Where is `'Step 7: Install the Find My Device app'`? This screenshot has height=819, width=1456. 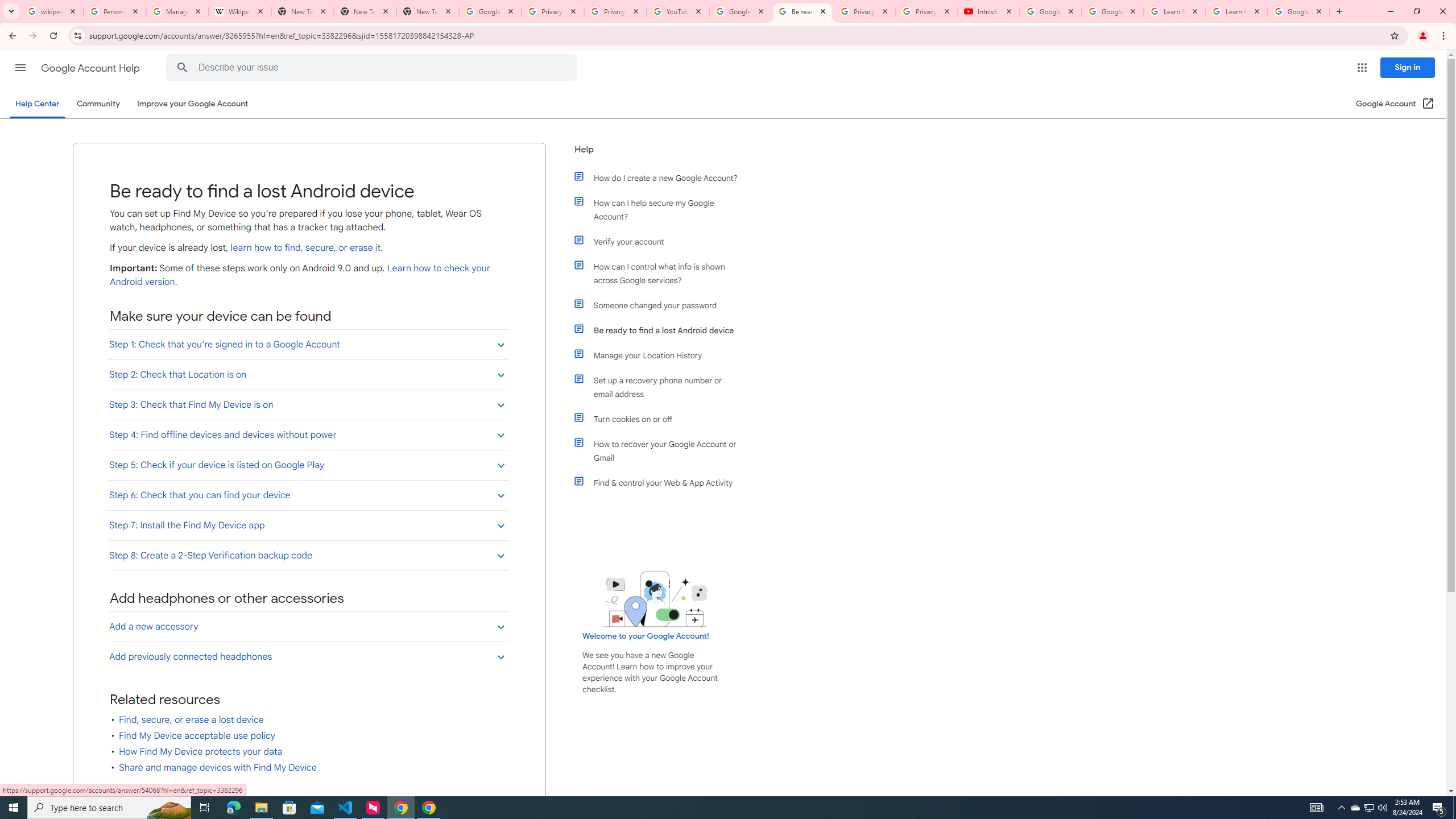
'Step 7: Install the Find My Device app' is located at coordinates (308, 524).